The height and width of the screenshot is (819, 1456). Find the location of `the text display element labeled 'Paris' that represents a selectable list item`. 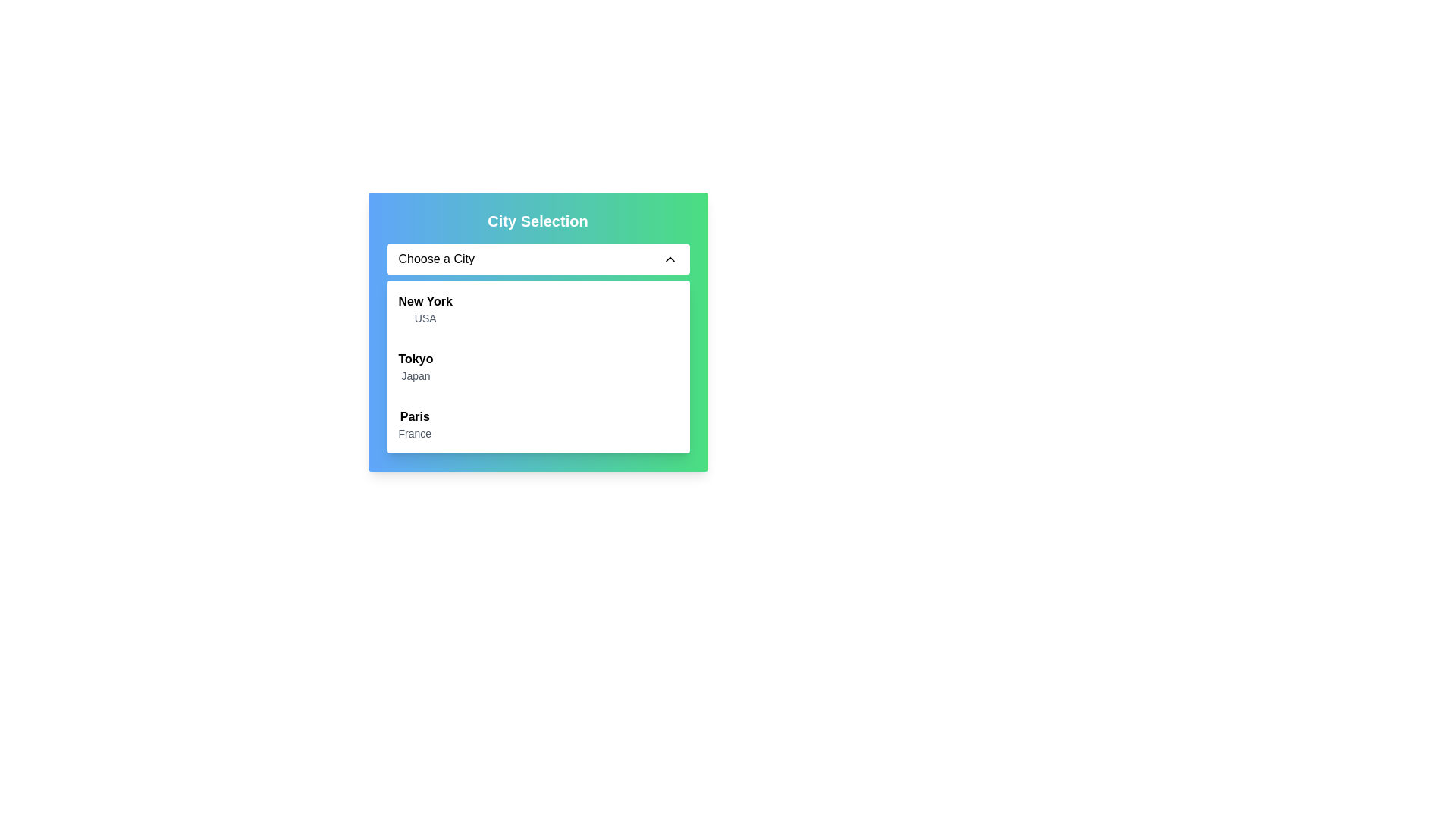

the text display element labeled 'Paris' that represents a selectable list item is located at coordinates (415, 424).